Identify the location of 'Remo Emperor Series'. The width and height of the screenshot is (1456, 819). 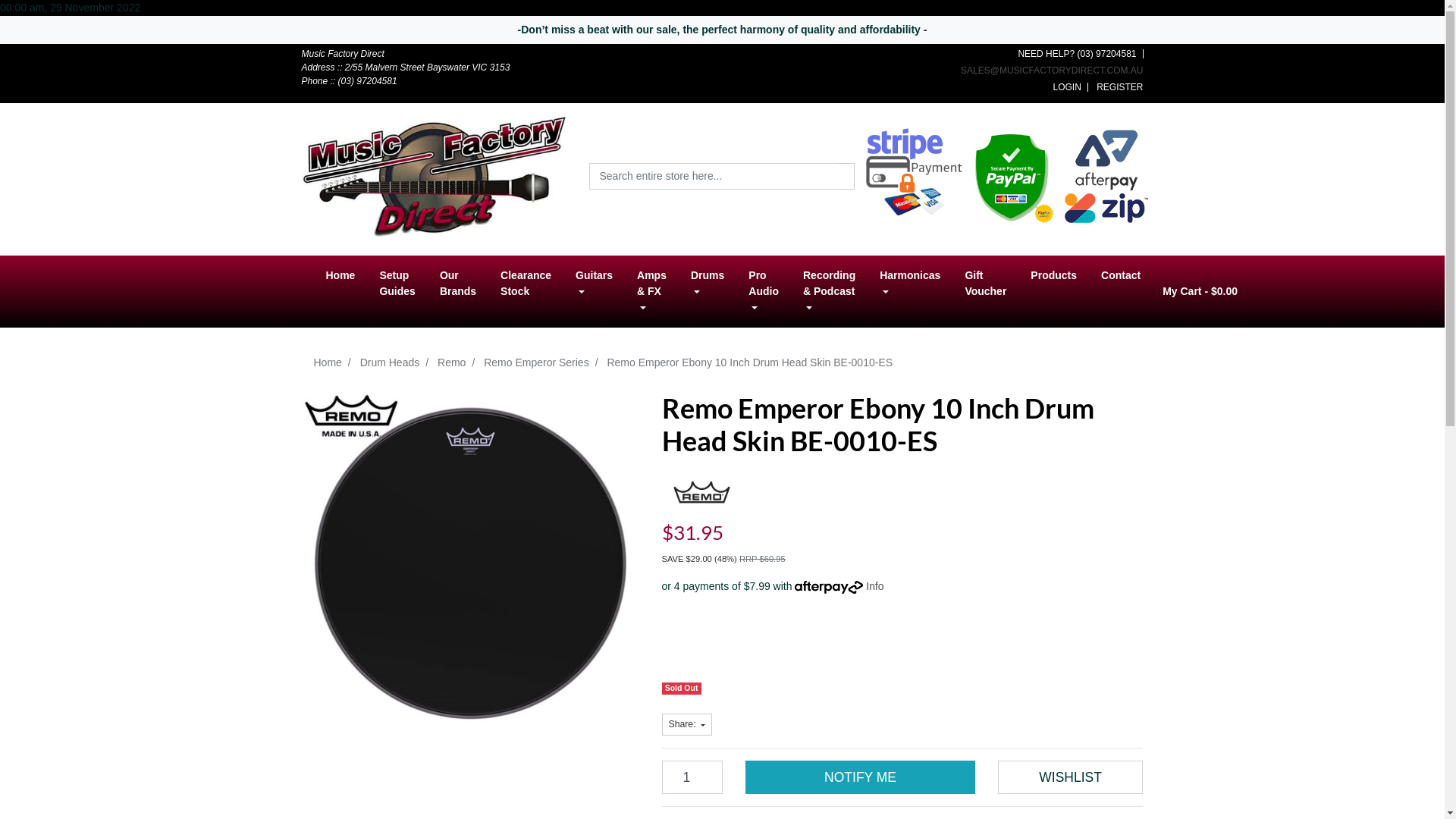
(536, 362).